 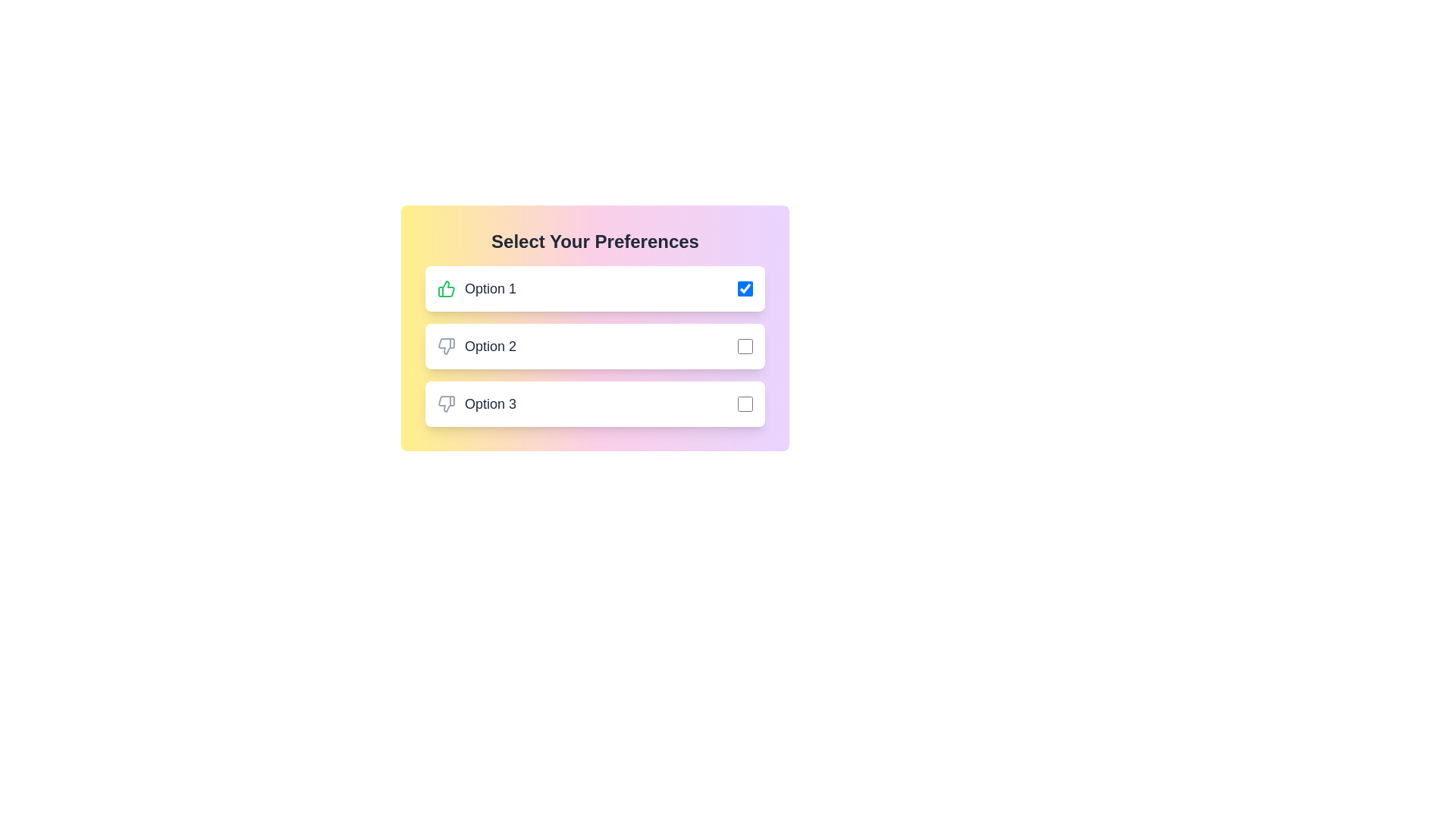 What do you see at coordinates (475, 289) in the screenshot?
I see `the first list item containing the icon and text label for 'Option 1', which is part of a selectable group within a card layout` at bounding box center [475, 289].